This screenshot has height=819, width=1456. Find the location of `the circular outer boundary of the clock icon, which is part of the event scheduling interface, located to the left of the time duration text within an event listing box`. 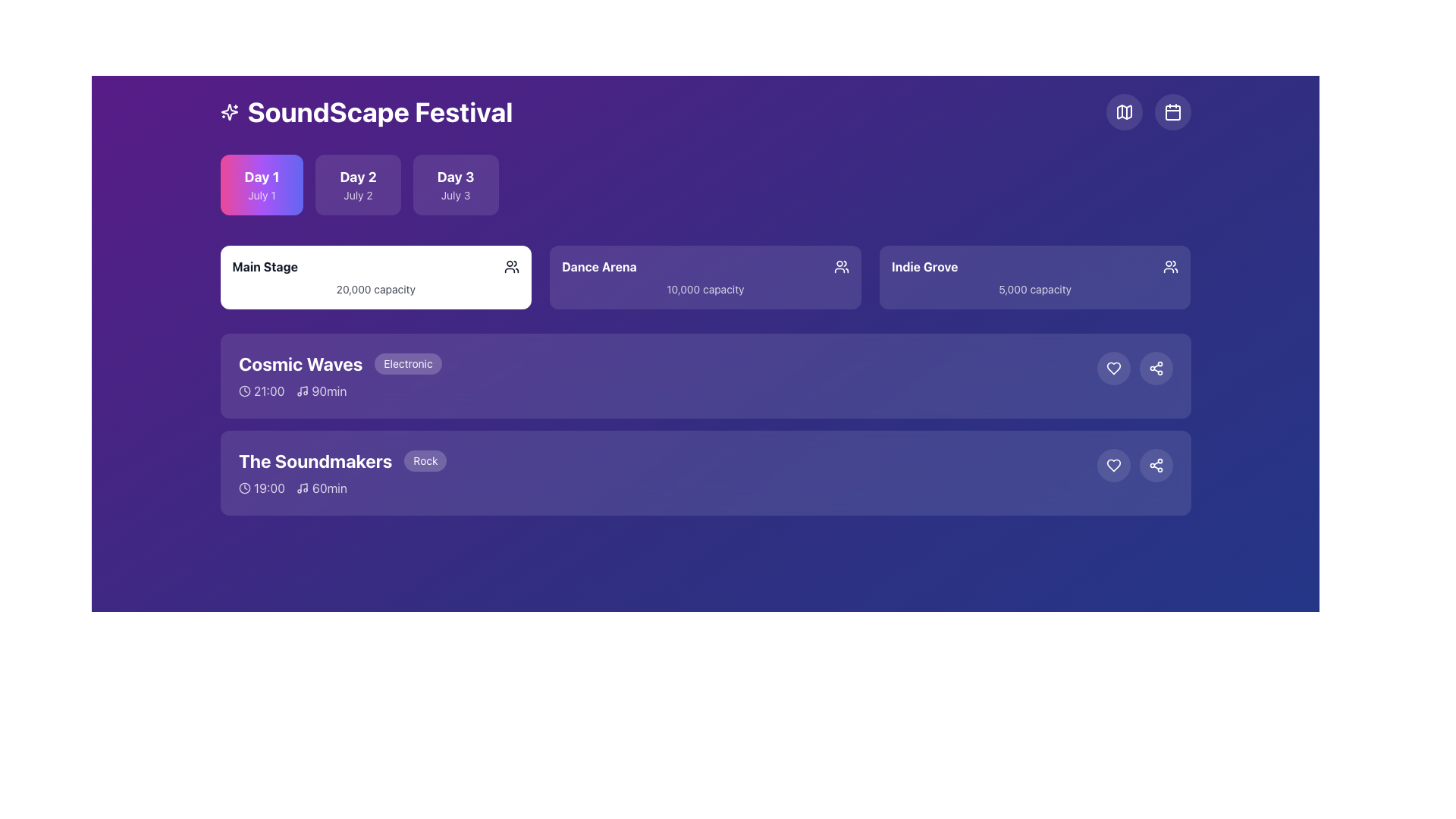

the circular outer boundary of the clock icon, which is part of the event scheduling interface, located to the left of the time duration text within an event listing box is located at coordinates (244, 391).